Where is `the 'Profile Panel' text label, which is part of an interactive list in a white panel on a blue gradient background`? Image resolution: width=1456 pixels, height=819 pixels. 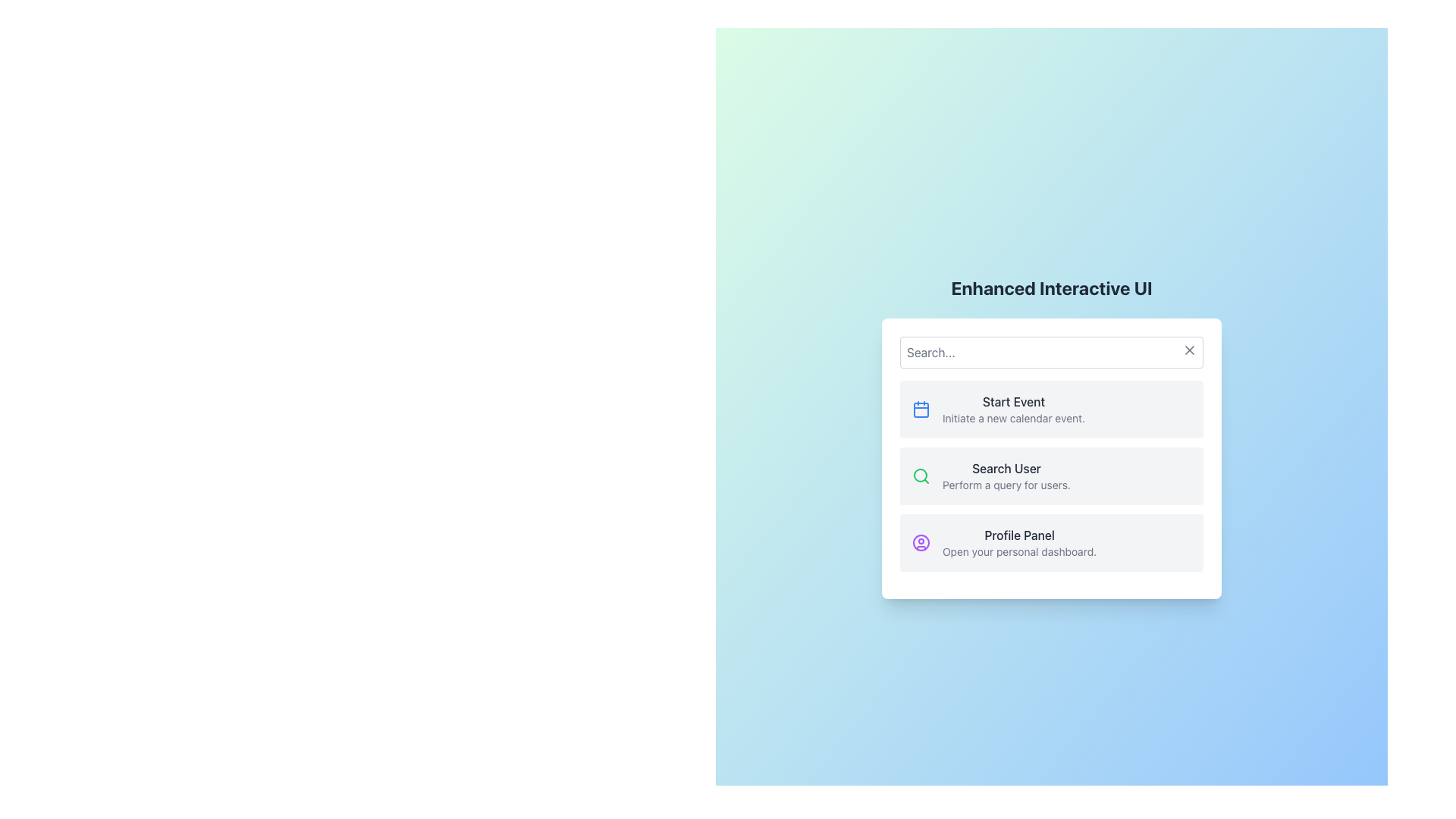
the 'Profile Panel' text label, which is part of an interactive list in a white panel on a blue gradient background is located at coordinates (1019, 534).